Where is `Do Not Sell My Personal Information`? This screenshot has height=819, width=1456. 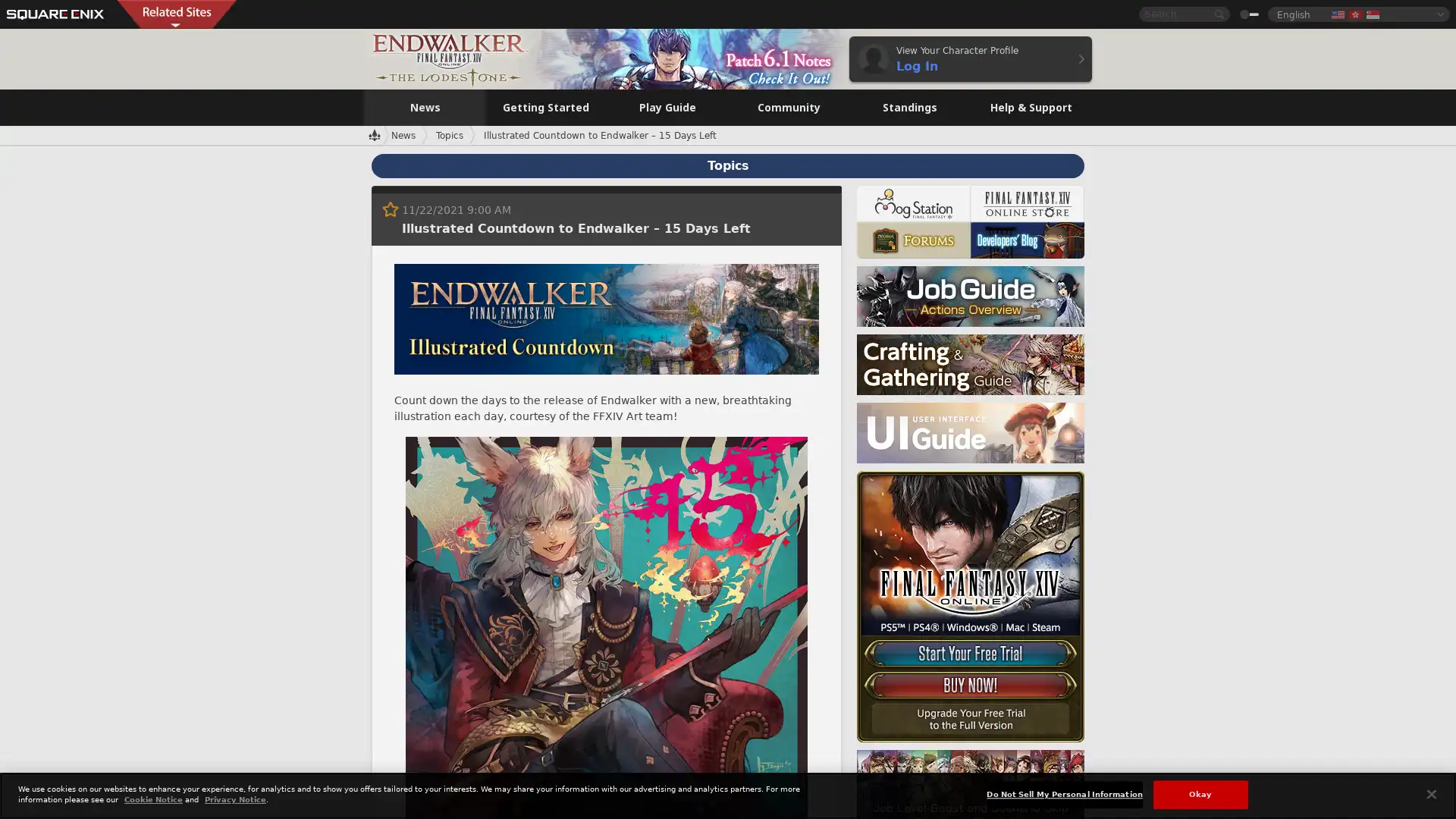
Do Not Sell My Personal Information is located at coordinates (1063, 793).